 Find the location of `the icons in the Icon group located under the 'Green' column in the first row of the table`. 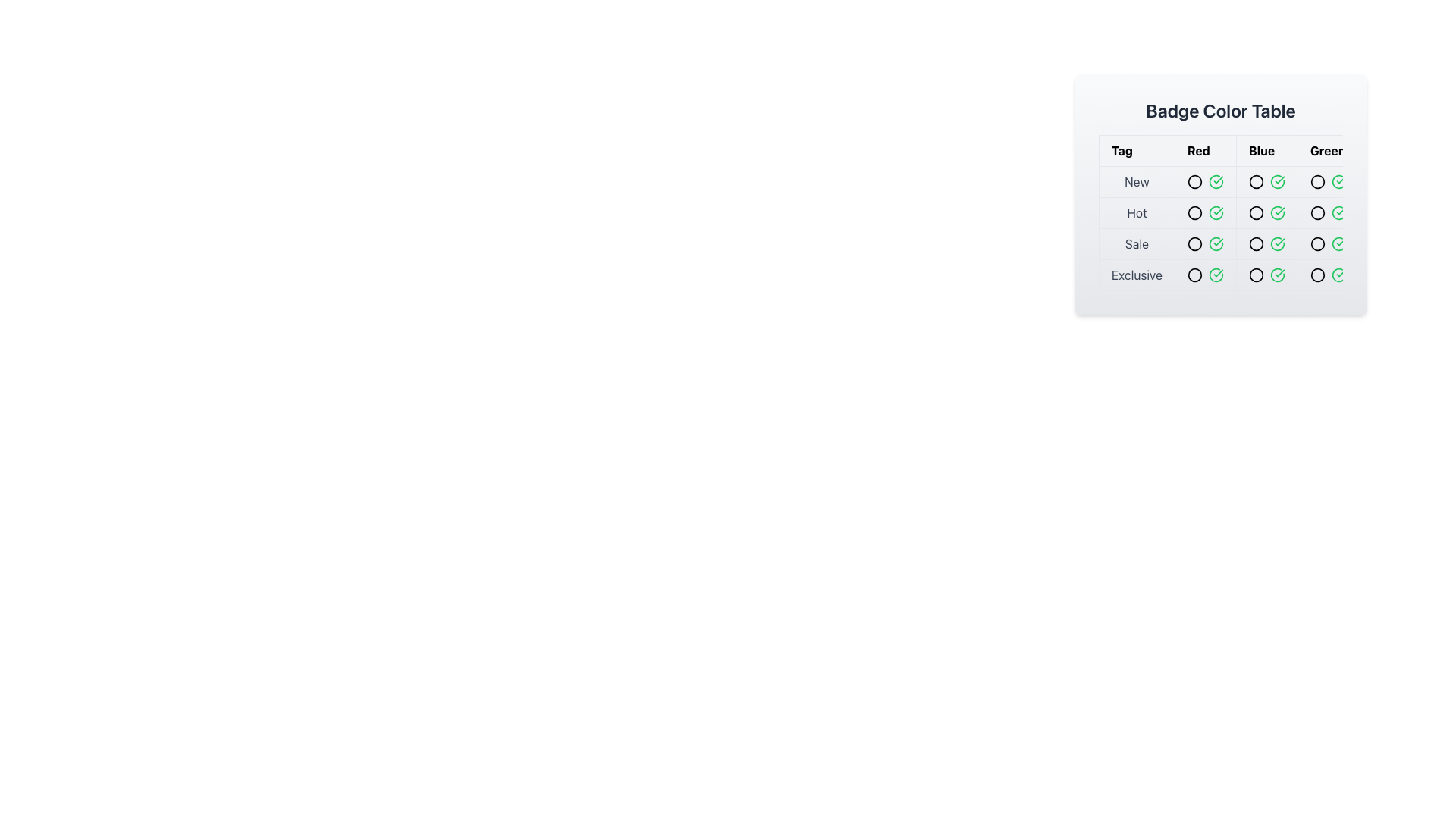

the icons in the Icon group located under the 'Green' column in the first row of the table is located at coordinates (1327, 180).